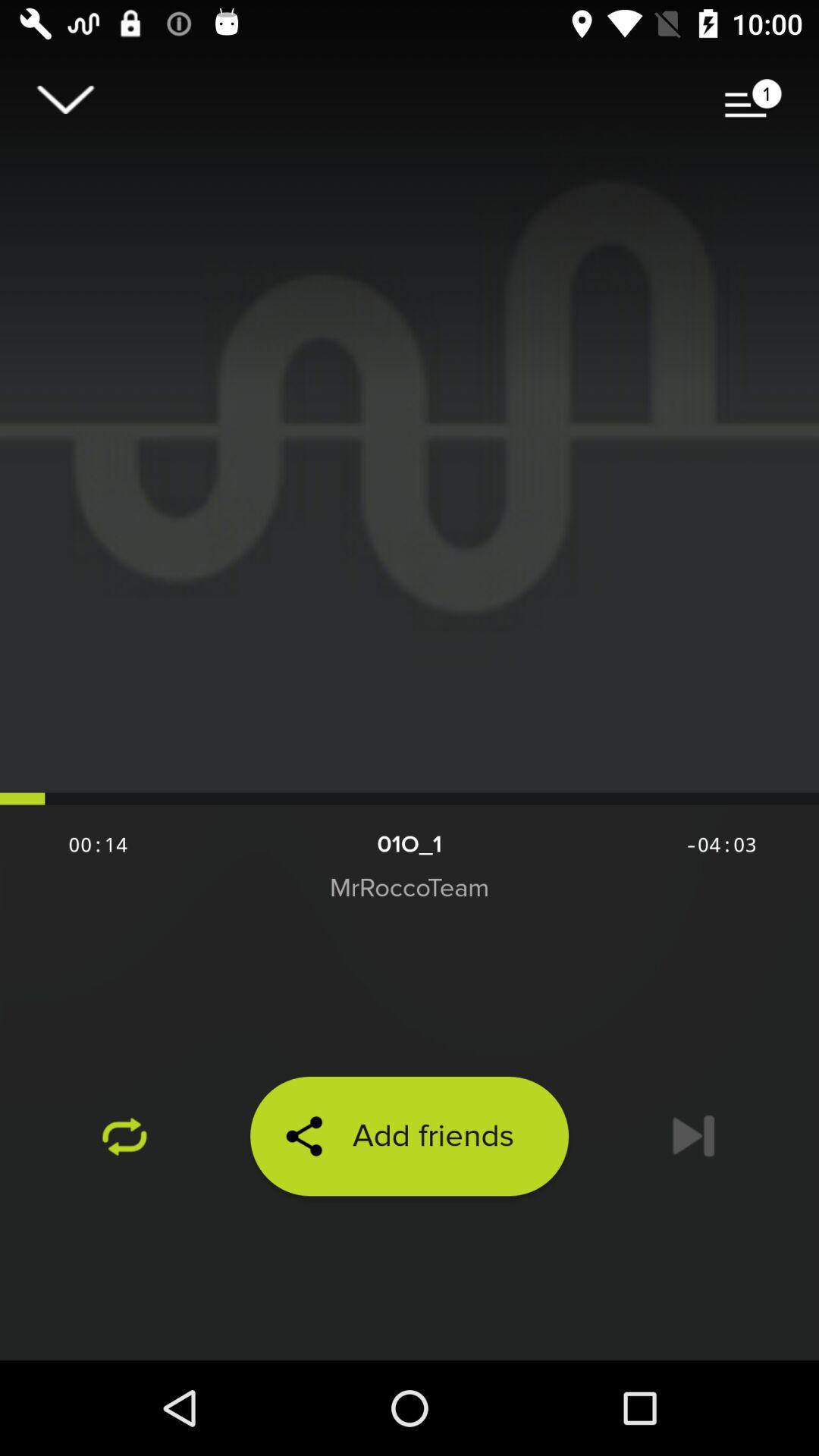 The height and width of the screenshot is (1456, 819). What do you see at coordinates (753, 99) in the screenshot?
I see `the playlist icon` at bounding box center [753, 99].